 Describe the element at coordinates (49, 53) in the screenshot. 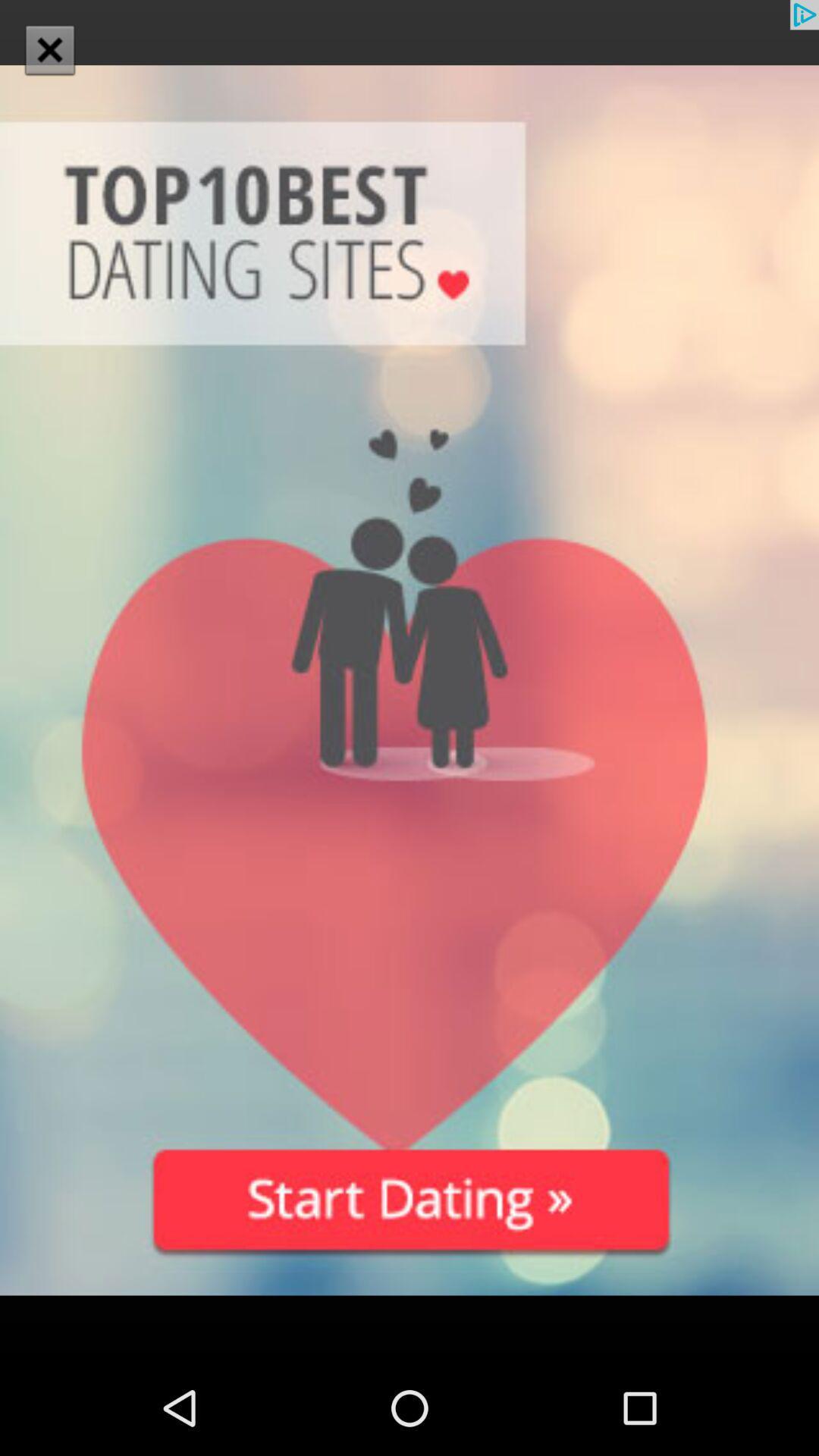

I see `the close icon` at that location.